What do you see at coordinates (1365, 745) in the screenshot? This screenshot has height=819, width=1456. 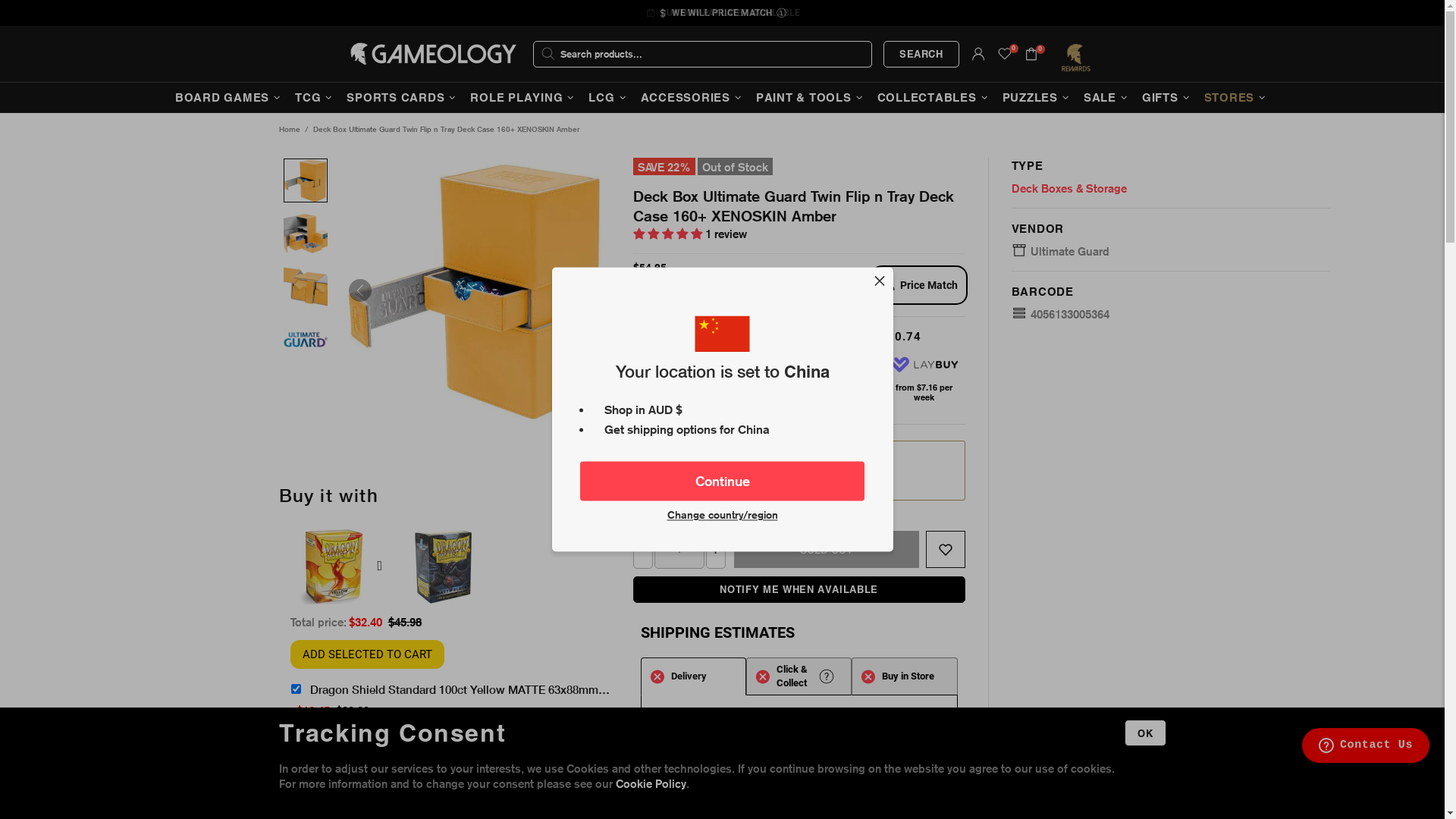 I see `'Opens a widget where you can find more information'` at bounding box center [1365, 745].